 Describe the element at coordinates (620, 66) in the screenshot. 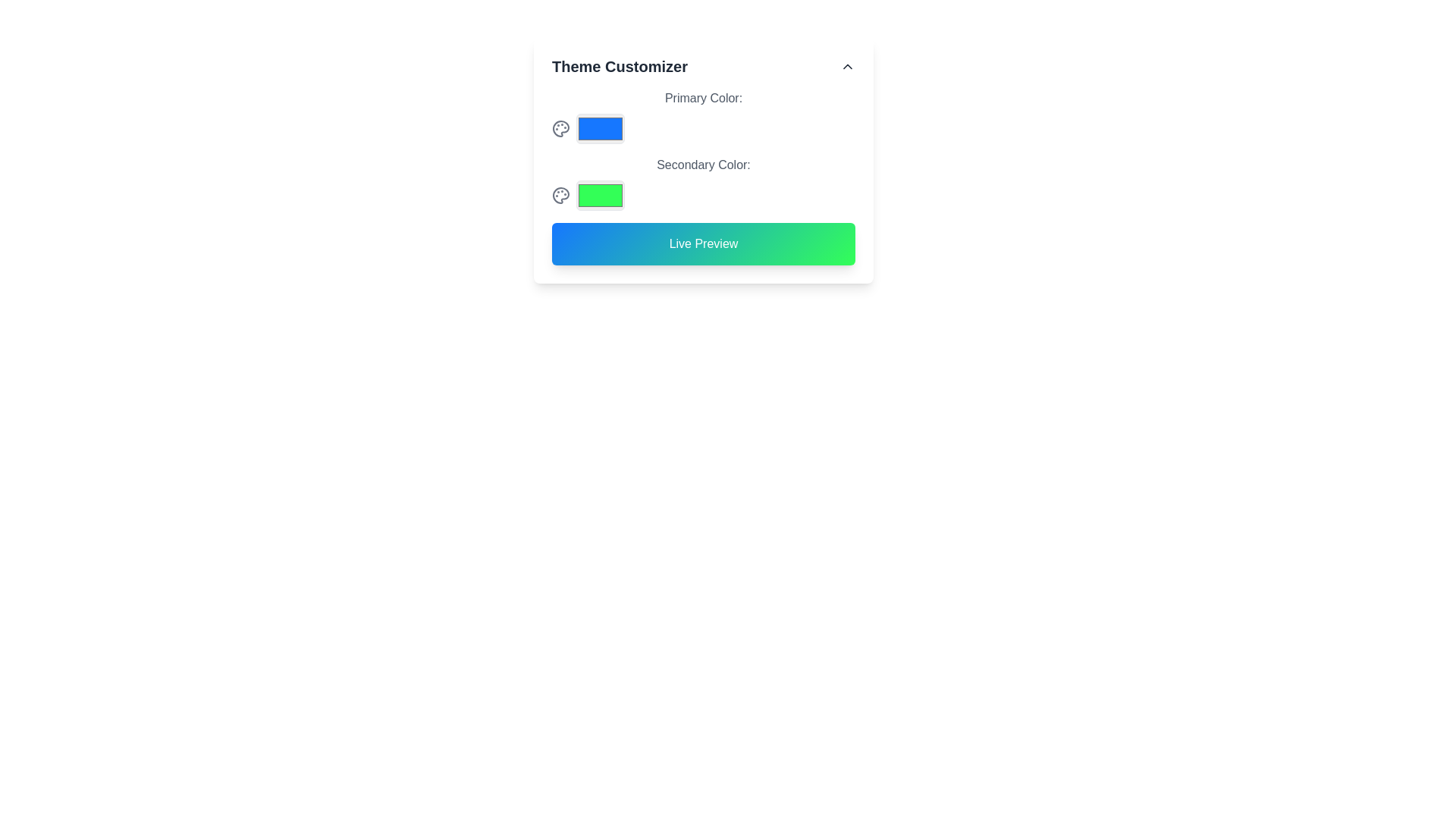

I see `the text header labeled 'Theme Customizer', which is styled in bold, large dark gray font and positioned prominently at the top of its section` at that location.